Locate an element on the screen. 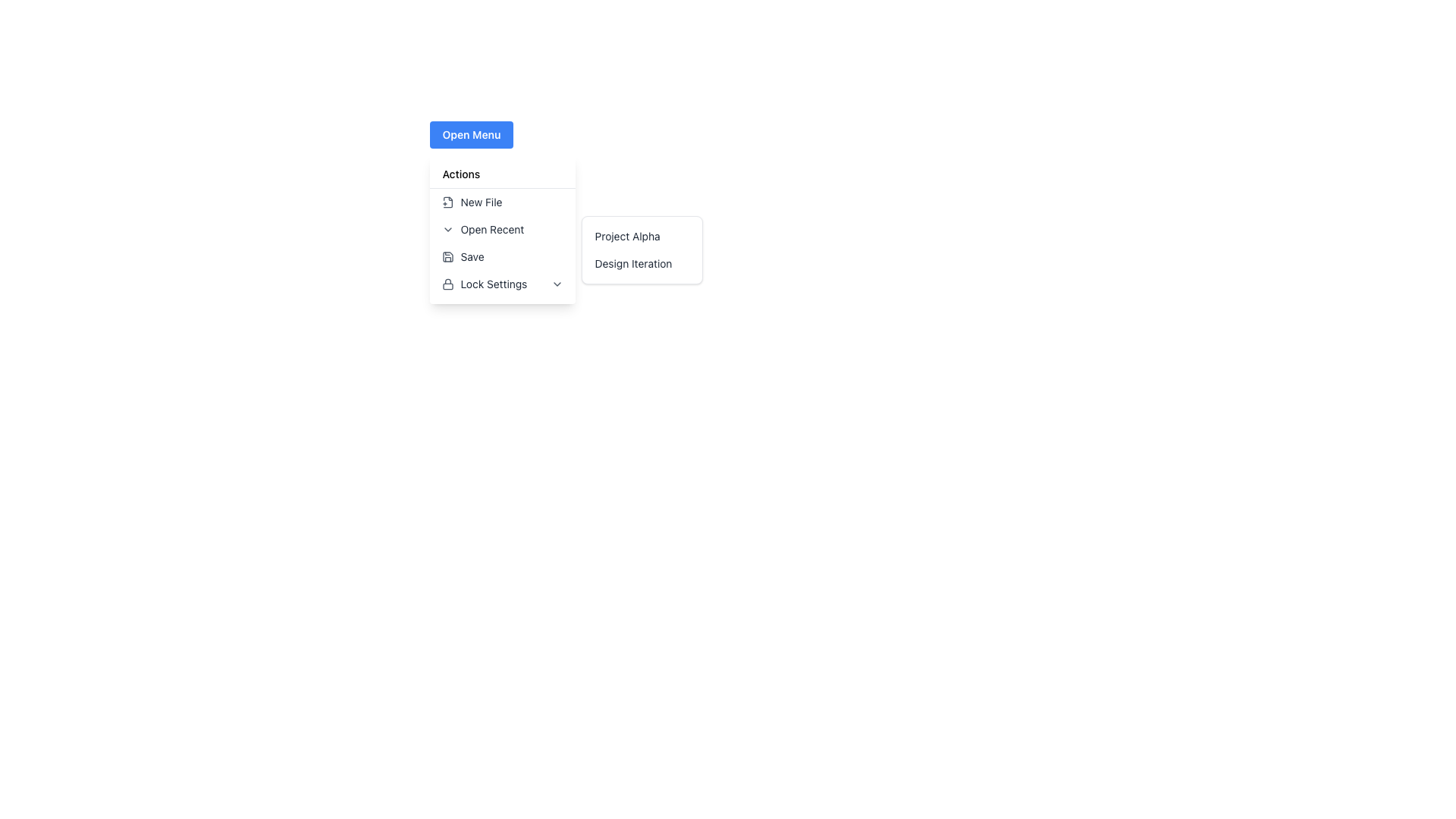 Image resolution: width=1456 pixels, height=819 pixels. the 'Save' button, which is the third item in the dropdown menu labeled 'Actions', located between 'Open Recent' and 'Lock Settings', to change its visual state is located at coordinates (462, 256).